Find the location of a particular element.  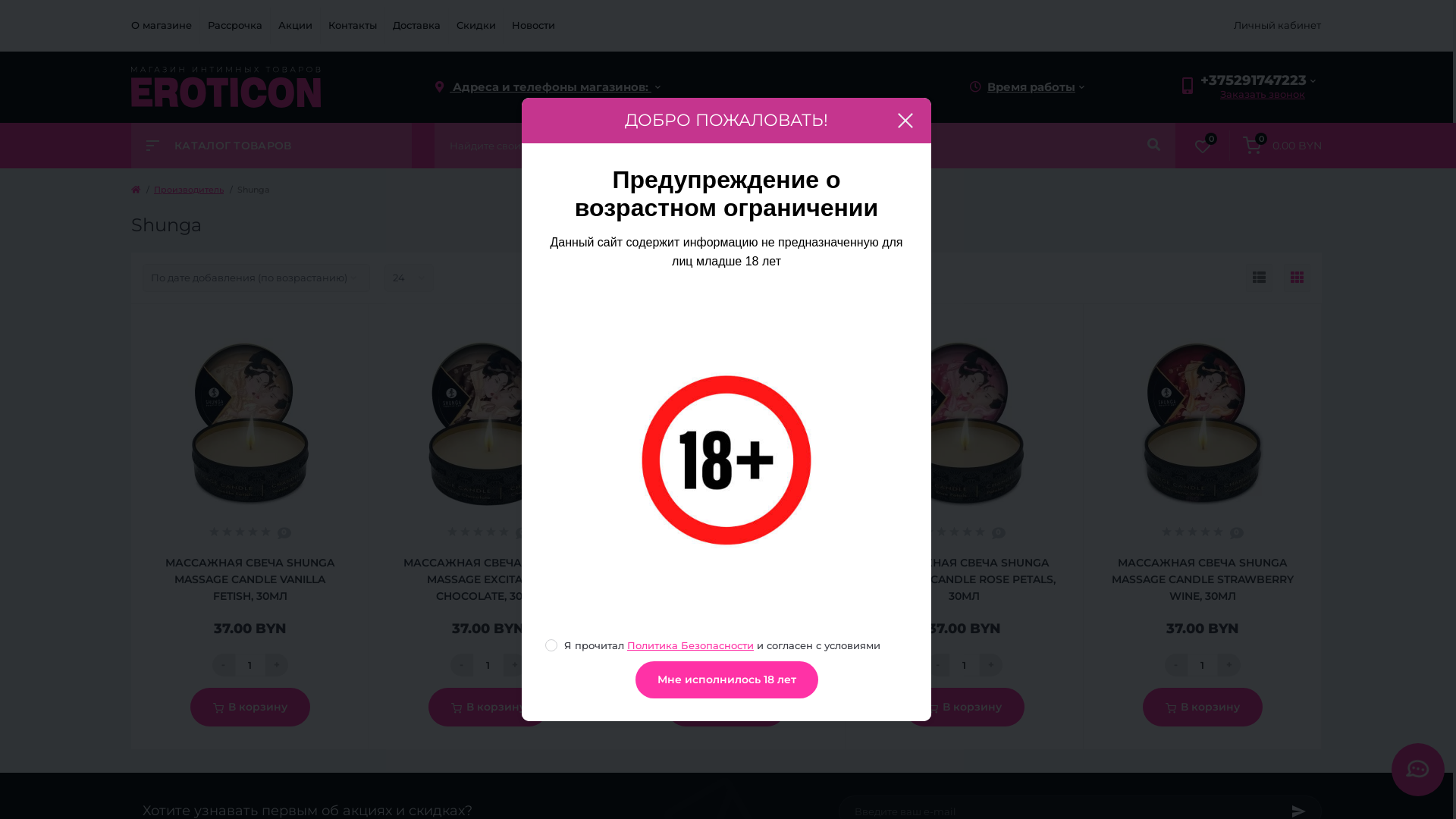

'+' is located at coordinates (979, 664).